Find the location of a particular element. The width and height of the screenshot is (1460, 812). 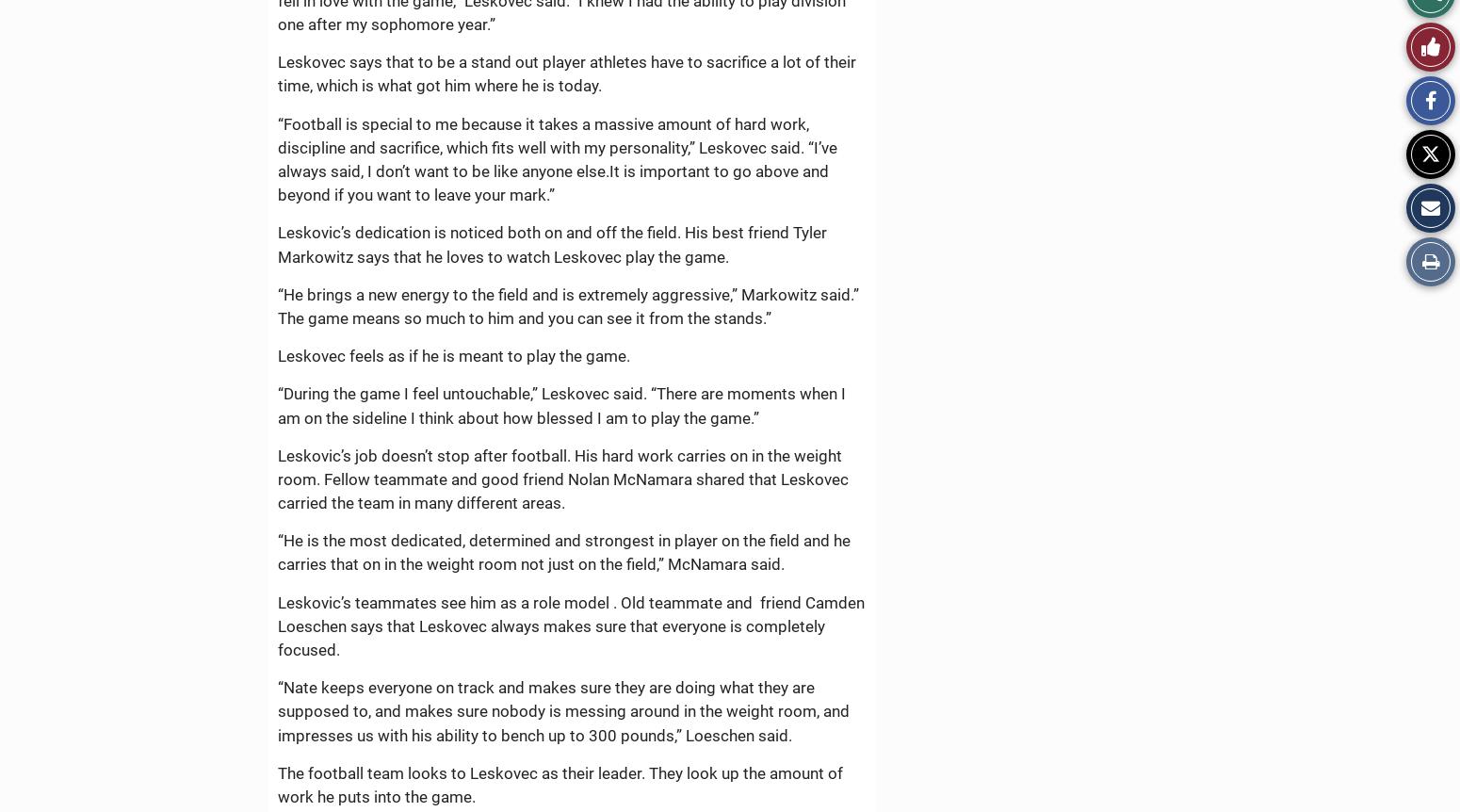

'Leskovec says that to be a stand out player athletes have to sacrifice a lot of their time, which is what got him where he is today.' is located at coordinates (567, 73).